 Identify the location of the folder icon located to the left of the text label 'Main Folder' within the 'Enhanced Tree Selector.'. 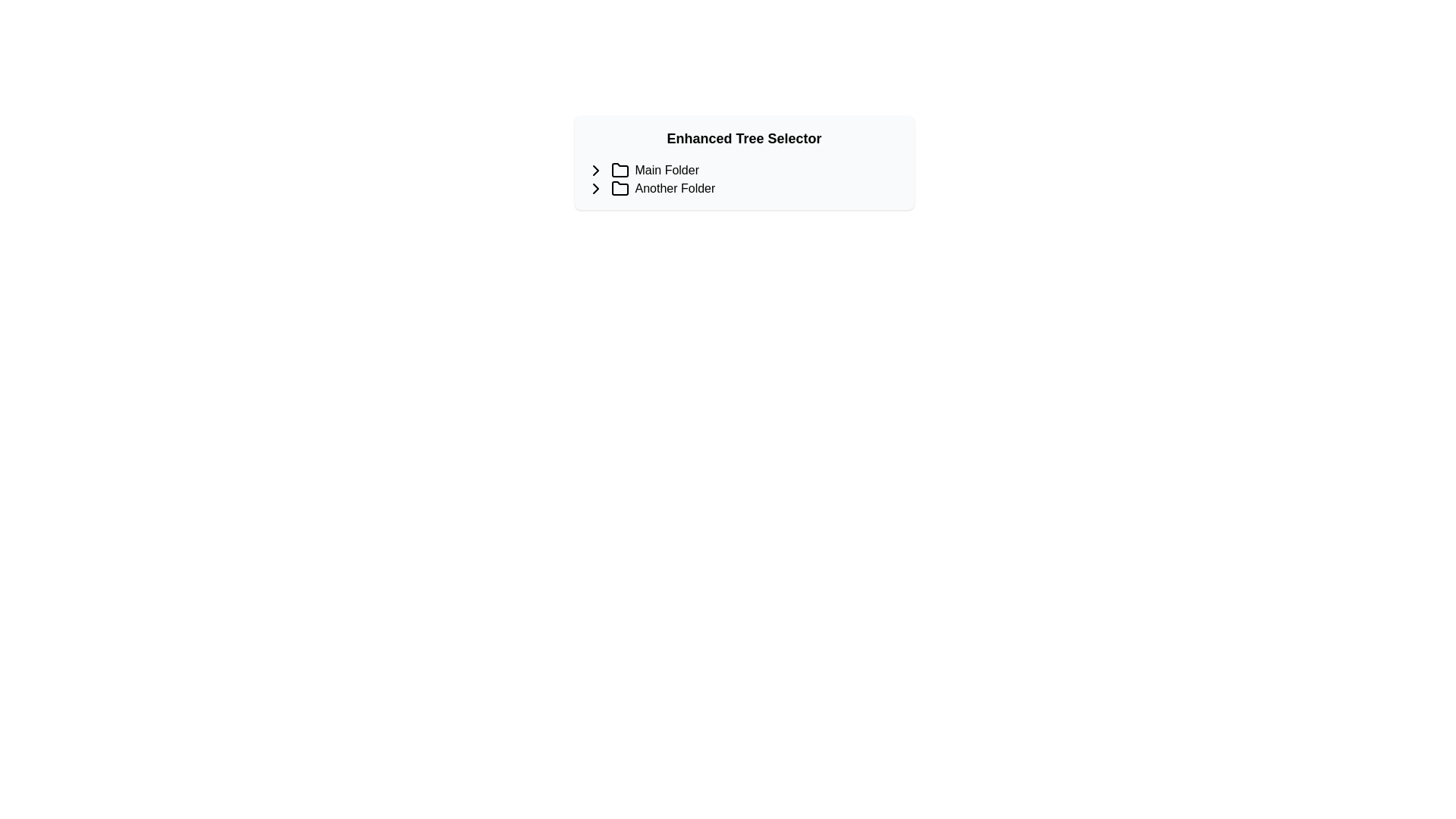
(620, 170).